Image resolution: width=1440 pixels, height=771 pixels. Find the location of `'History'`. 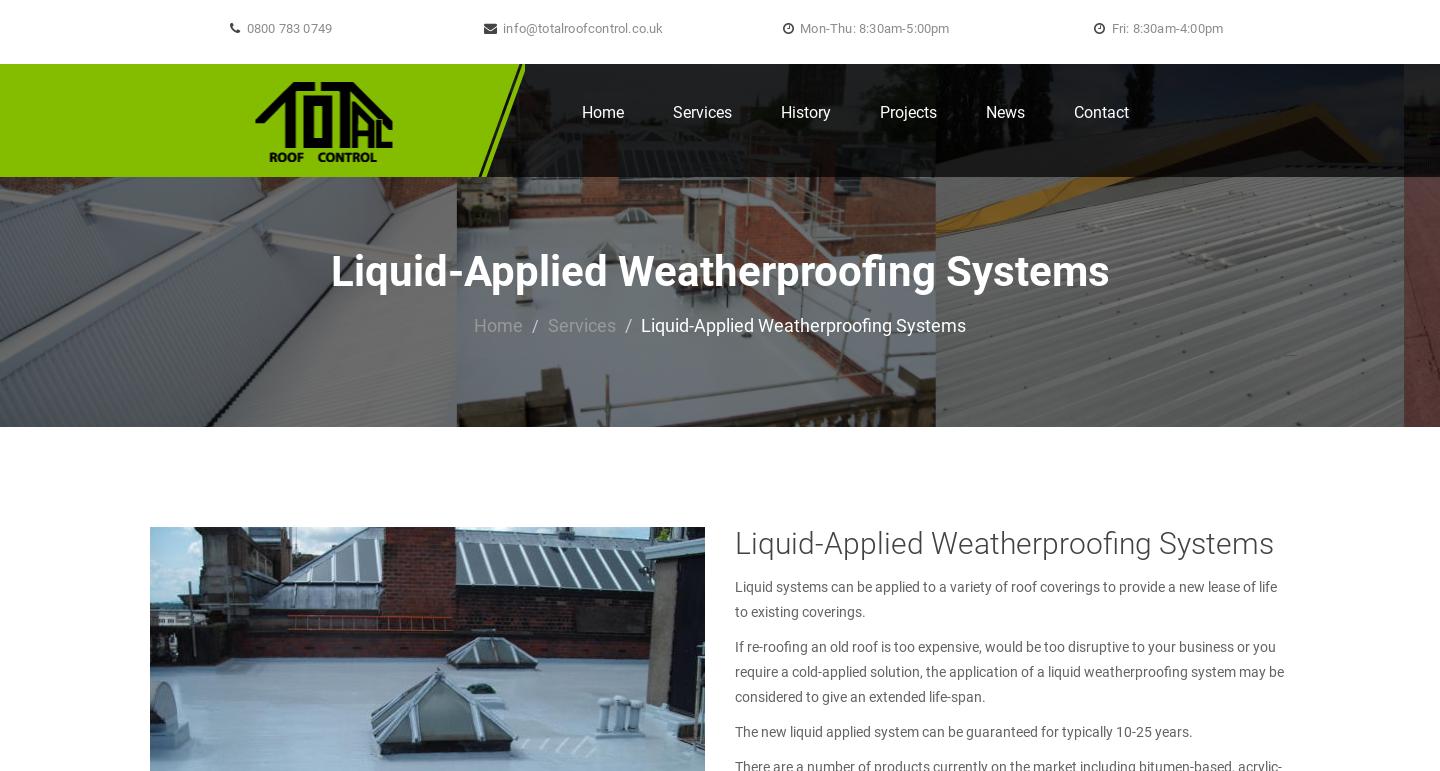

'History' is located at coordinates (781, 111).